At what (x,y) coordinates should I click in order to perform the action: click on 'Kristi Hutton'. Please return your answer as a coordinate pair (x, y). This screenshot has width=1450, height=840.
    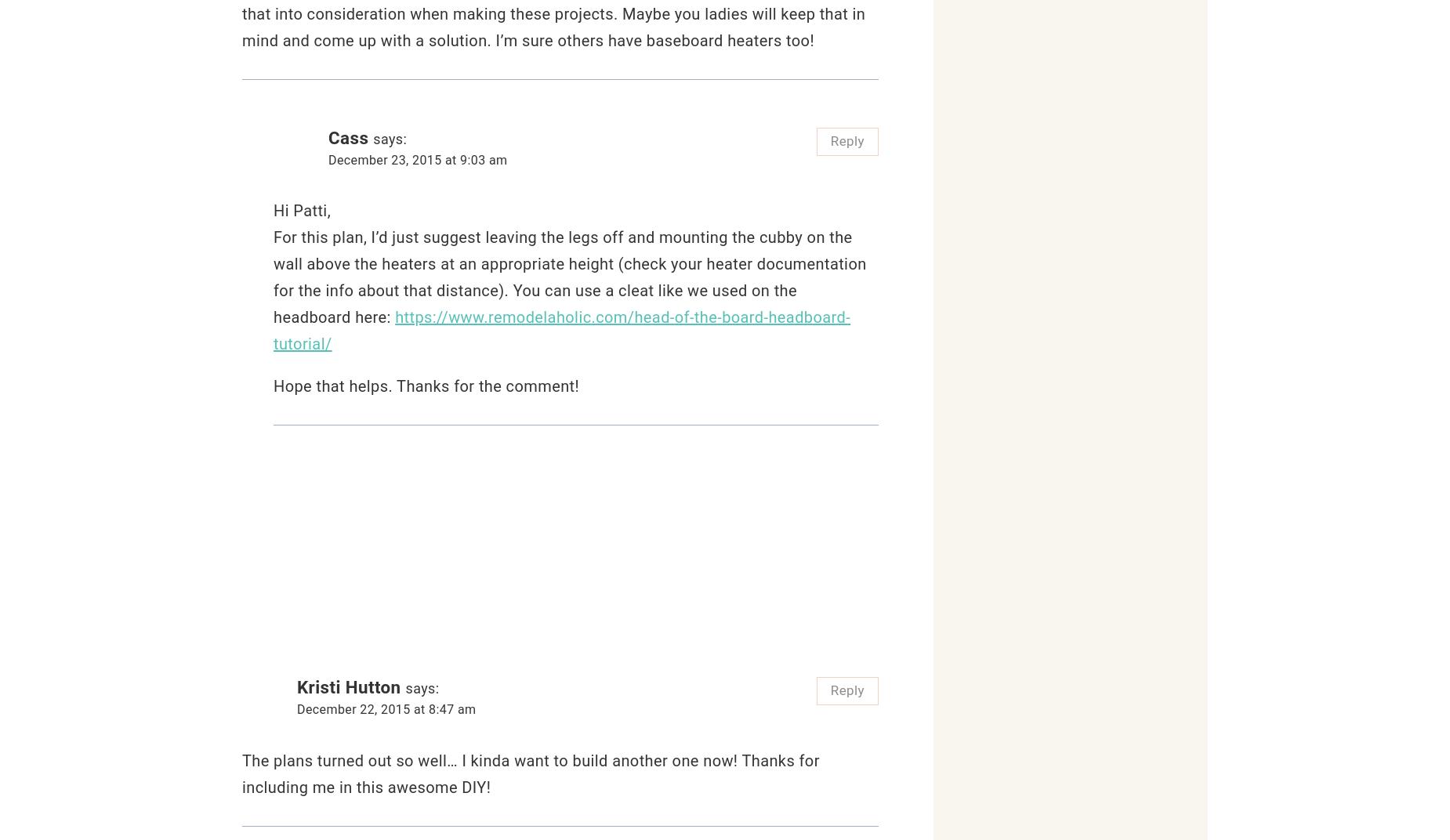
    Looking at the image, I should click on (296, 687).